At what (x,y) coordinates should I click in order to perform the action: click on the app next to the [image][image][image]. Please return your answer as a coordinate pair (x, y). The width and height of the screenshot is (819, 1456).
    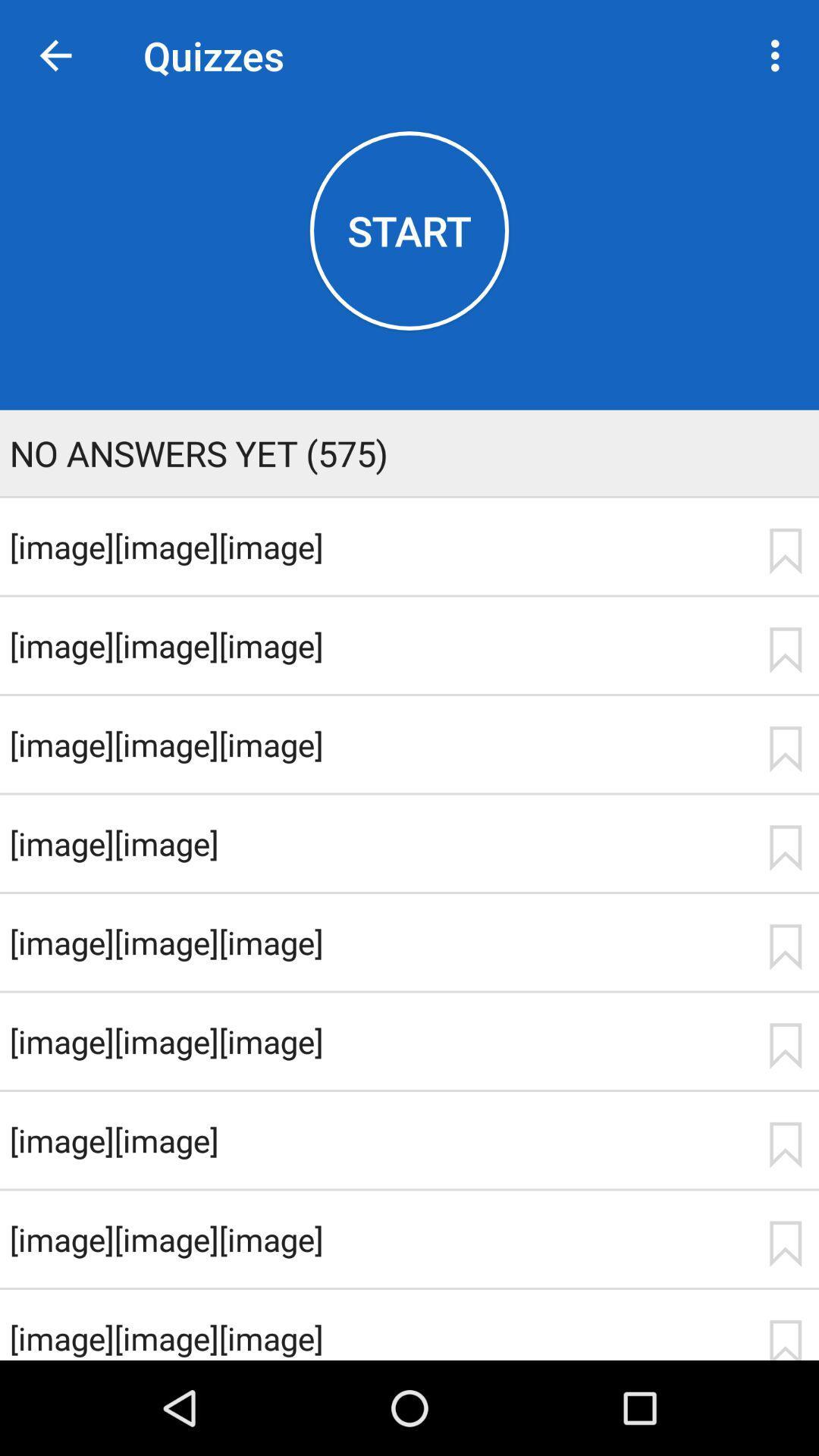
    Looking at the image, I should click on (785, 551).